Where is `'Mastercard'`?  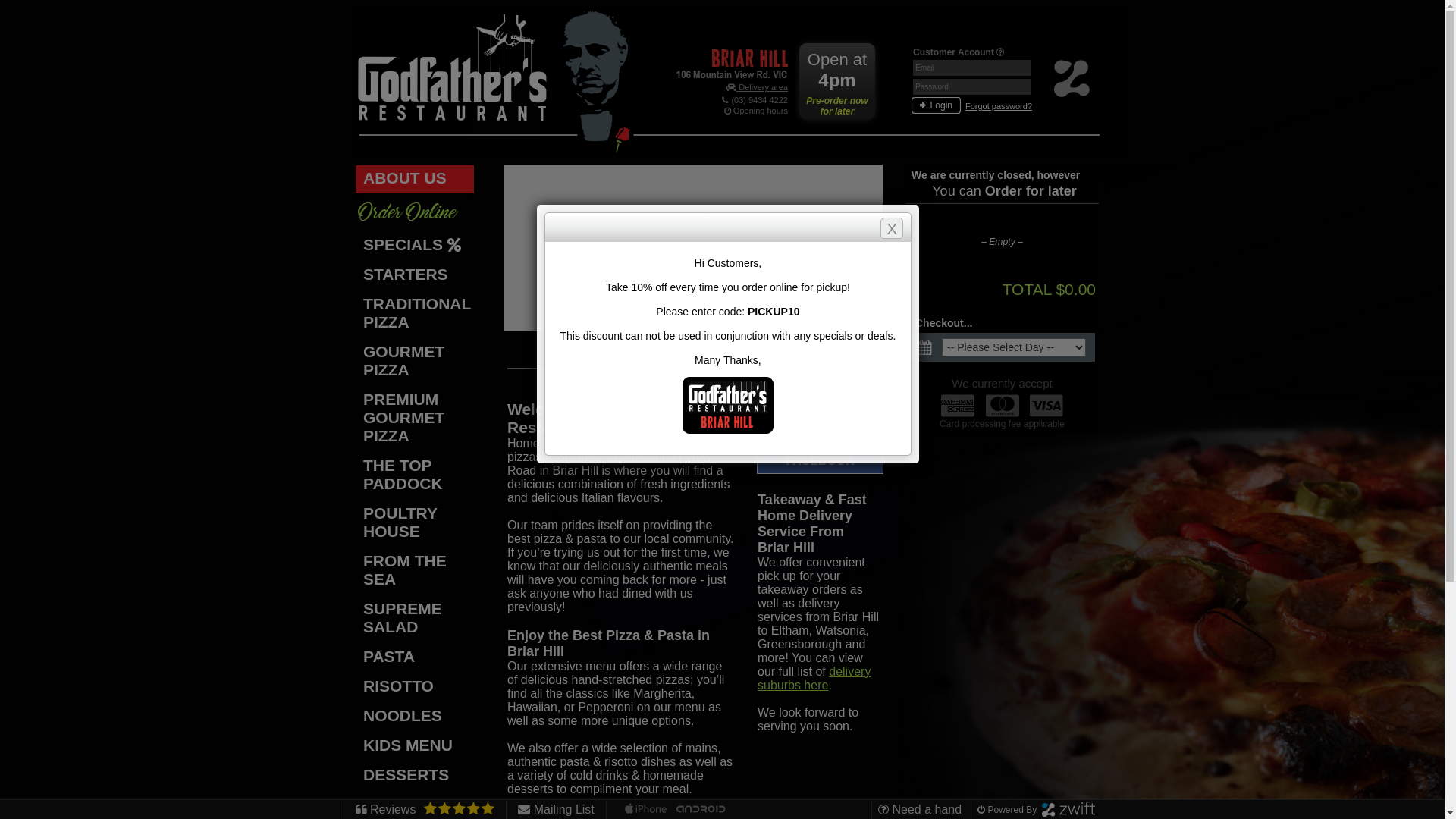
'Mastercard' is located at coordinates (1002, 405).